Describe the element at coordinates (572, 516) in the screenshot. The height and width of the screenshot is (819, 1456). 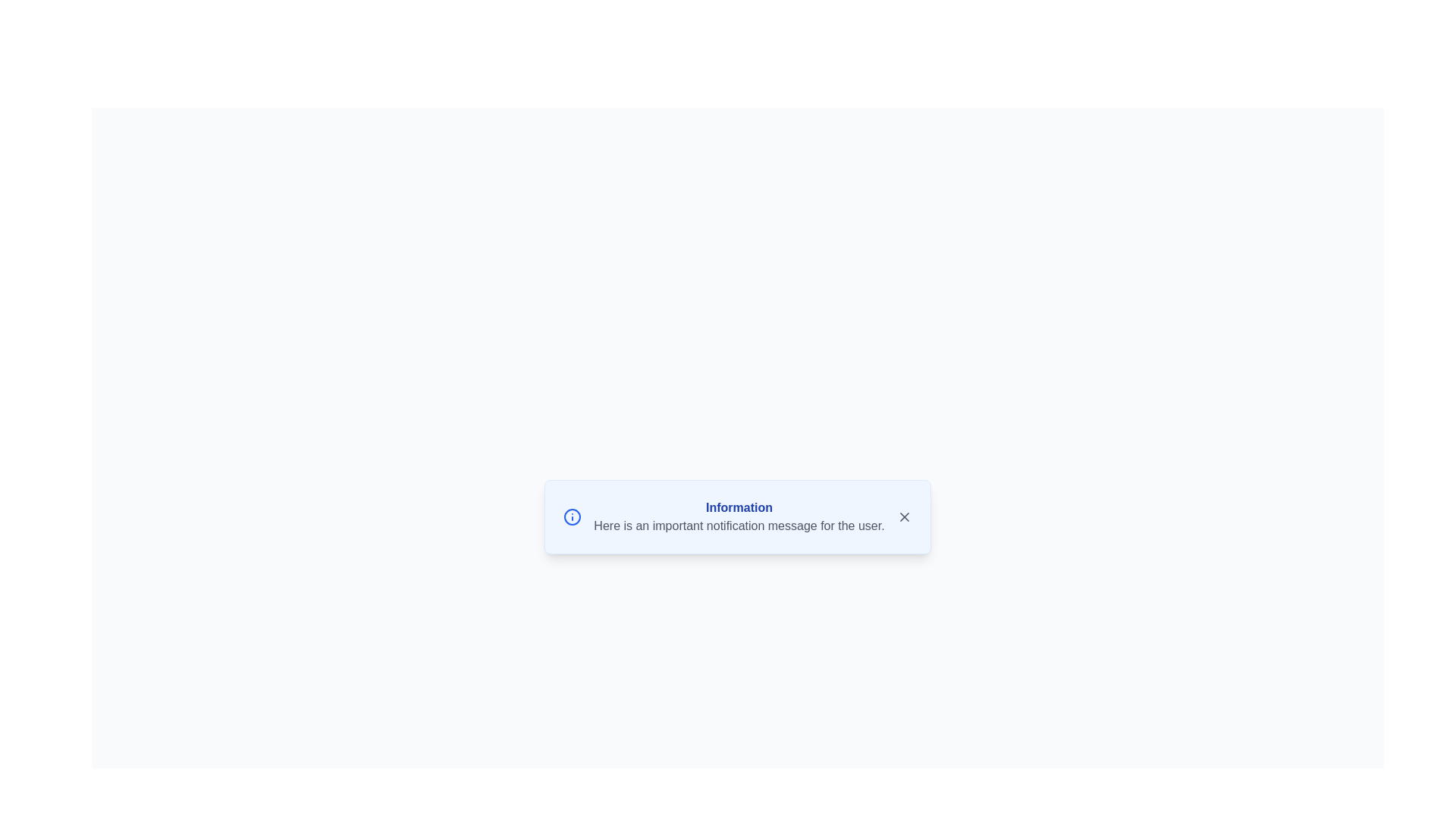
I see `the circular border graphical component located slightly to the left within the notification card` at that location.